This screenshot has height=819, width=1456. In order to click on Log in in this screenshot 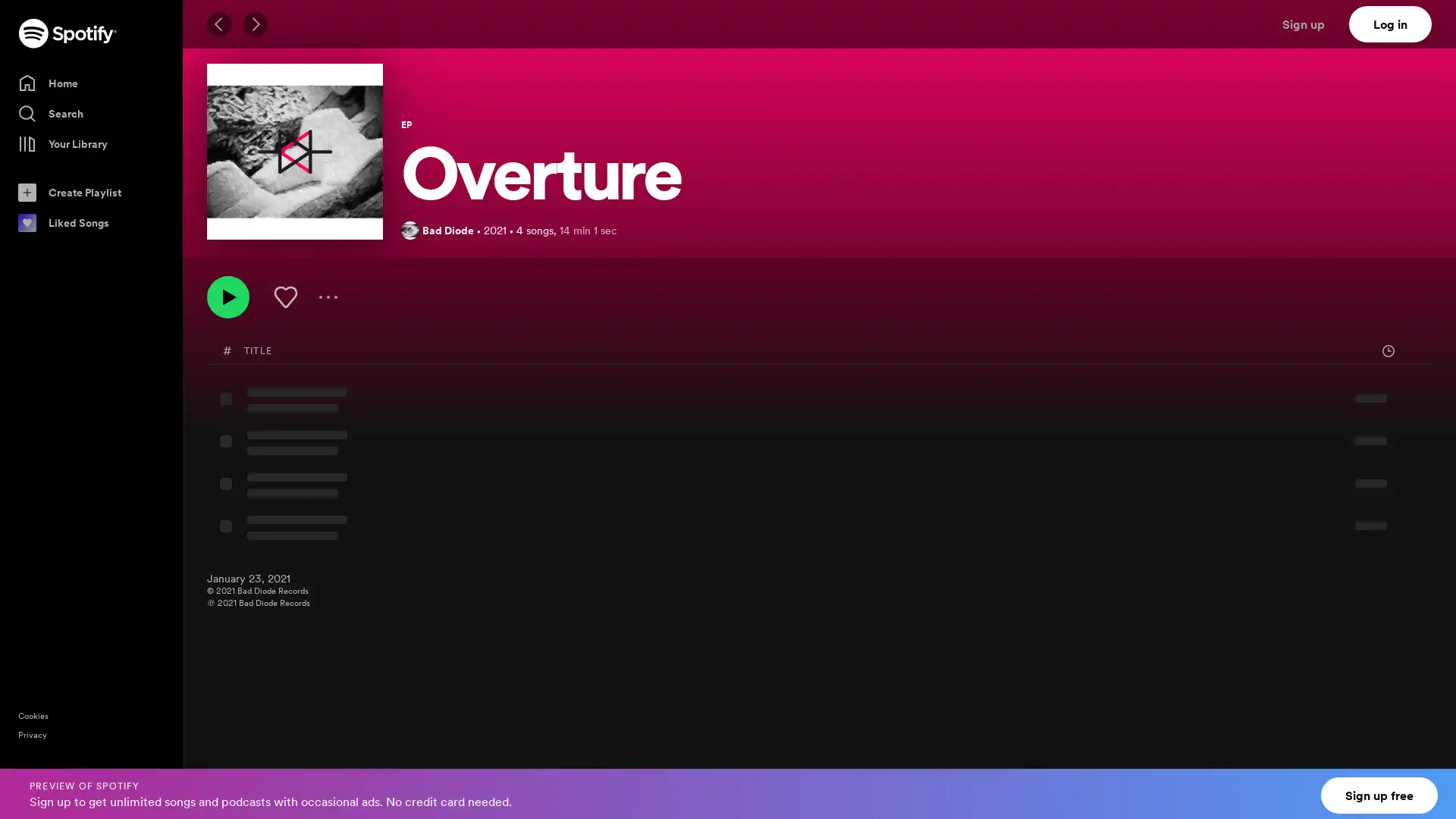, I will do `click(1390, 24)`.